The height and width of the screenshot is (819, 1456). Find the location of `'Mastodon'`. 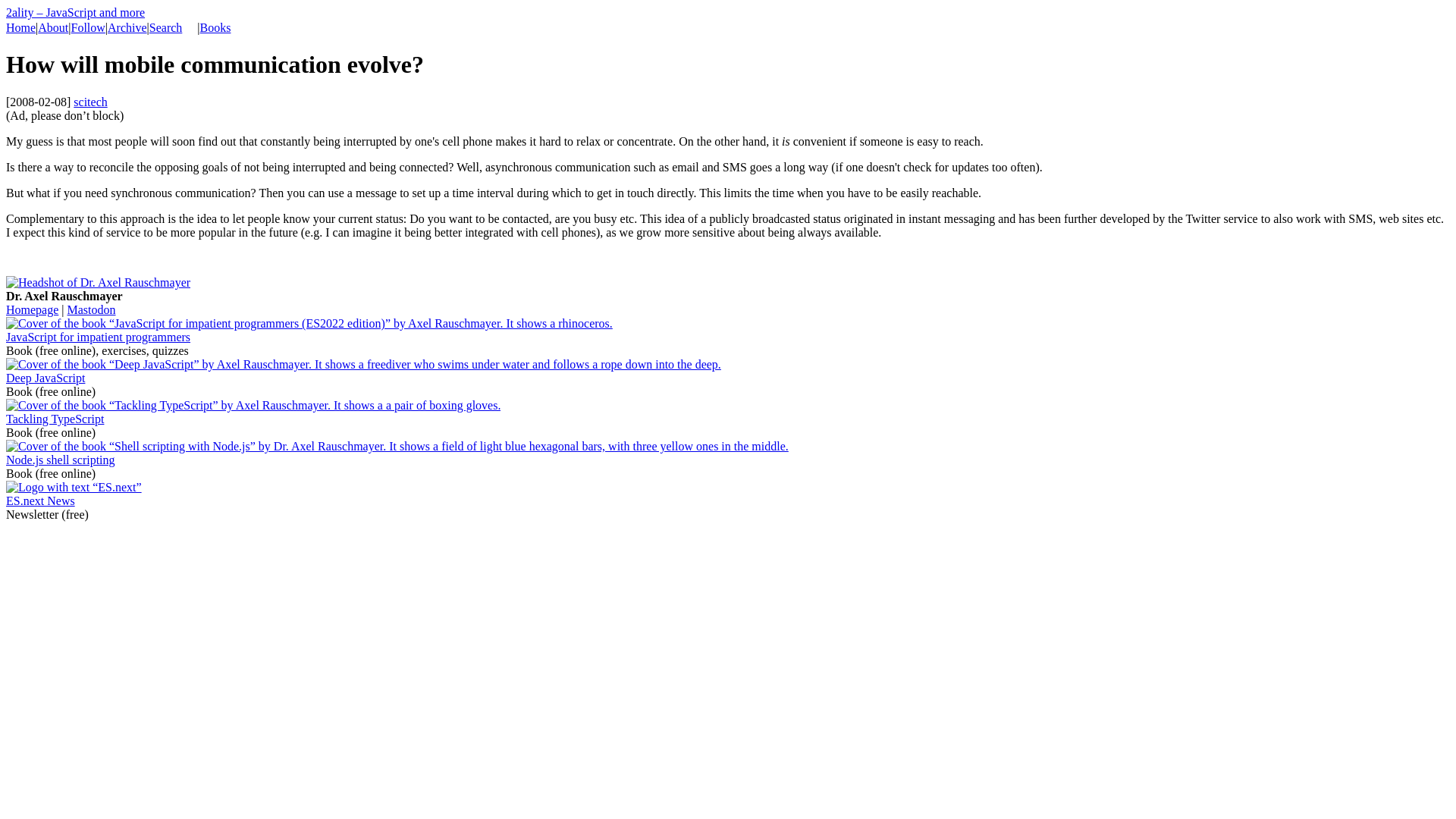

'Mastodon' is located at coordinates (90, 309).